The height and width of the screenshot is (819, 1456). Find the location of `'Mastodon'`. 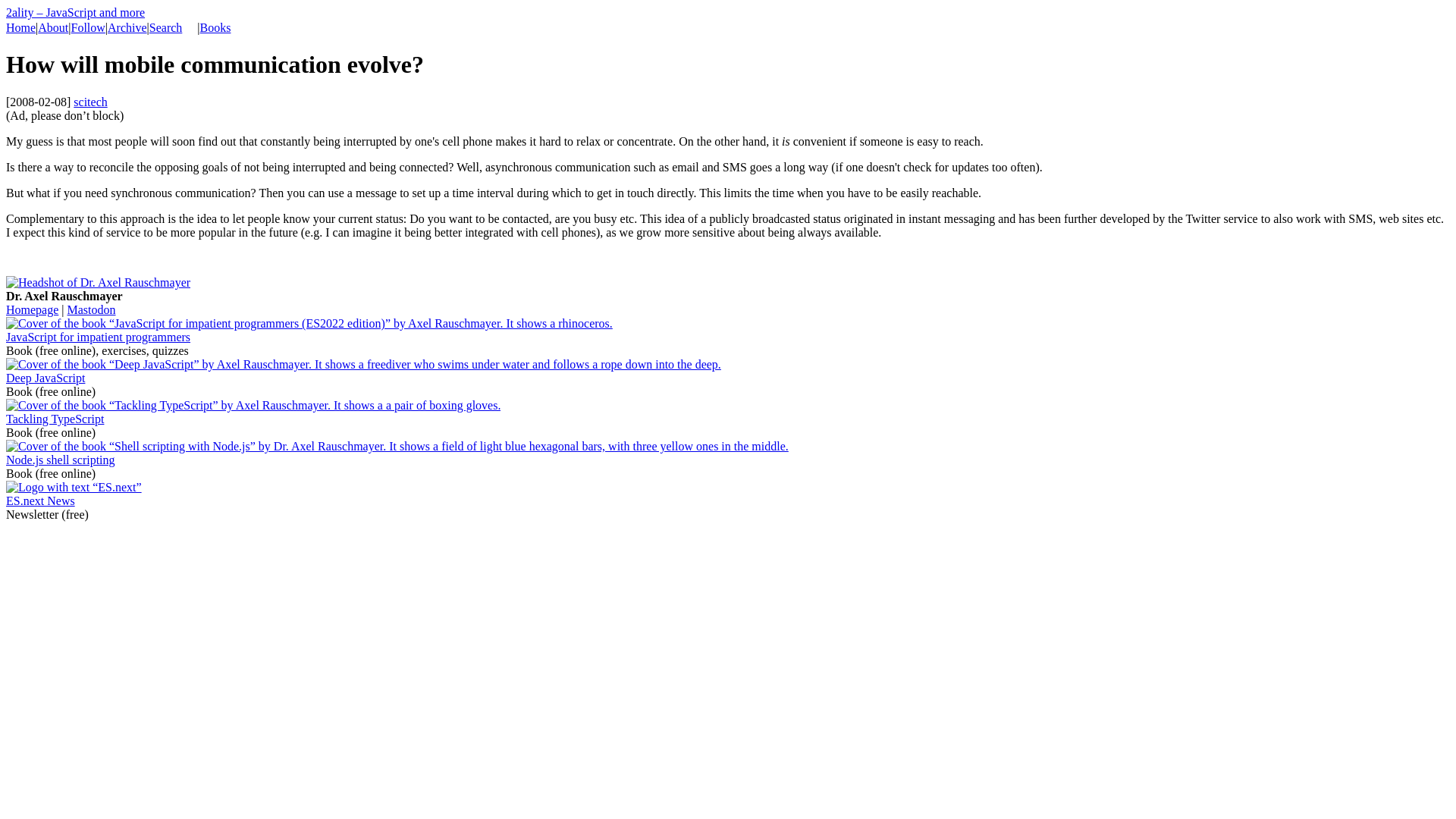

'Mastodon' is located at coordinates (90, 309).